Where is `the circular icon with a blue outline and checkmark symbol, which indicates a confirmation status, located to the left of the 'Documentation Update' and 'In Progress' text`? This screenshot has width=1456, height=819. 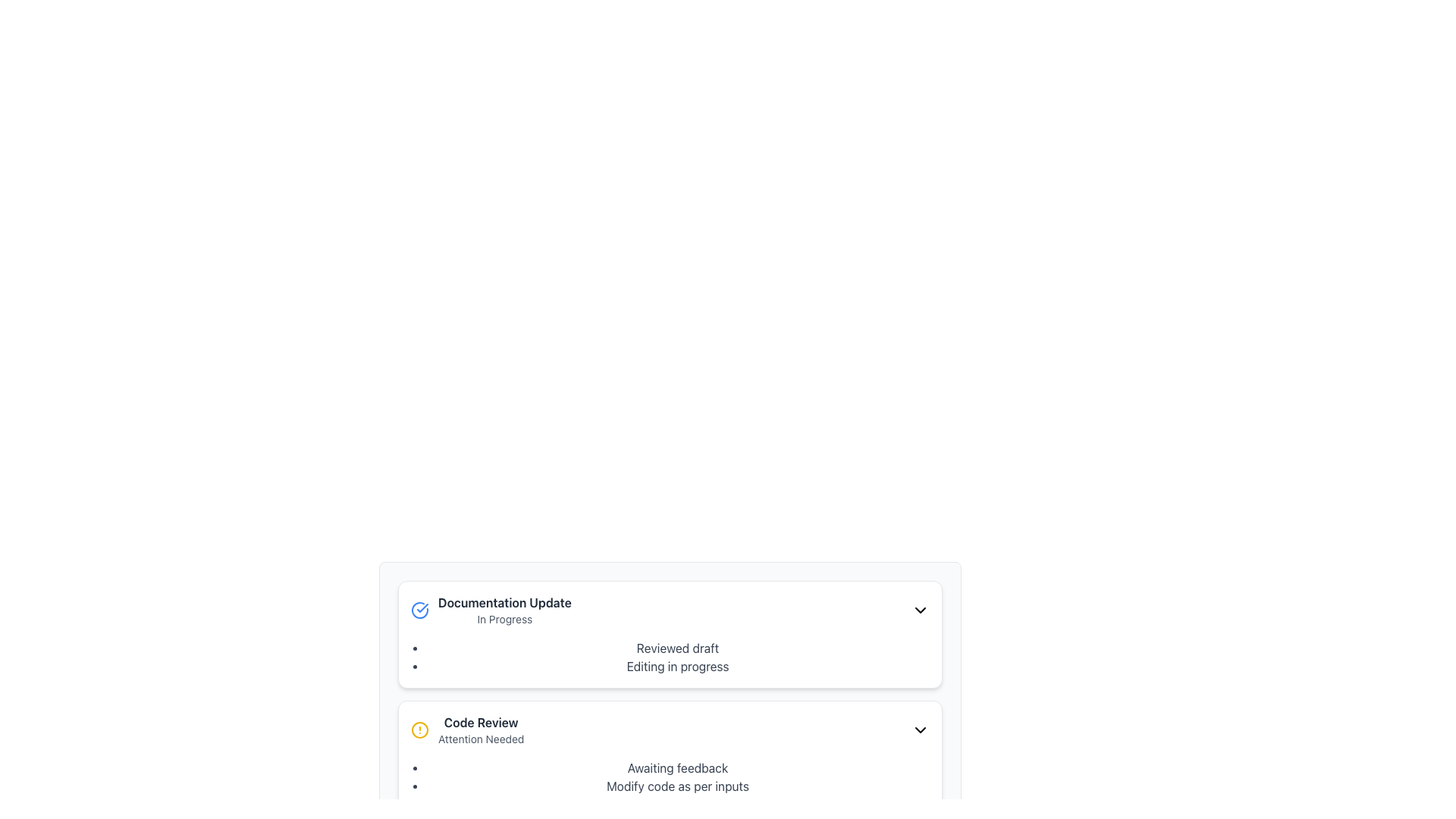 the circular icon with a blue outline and checkmark symbol, which indicates a confirmation status, located to the left of the 'Documentation Update' and 'In Progress' text is located at coordinates (419, 610).